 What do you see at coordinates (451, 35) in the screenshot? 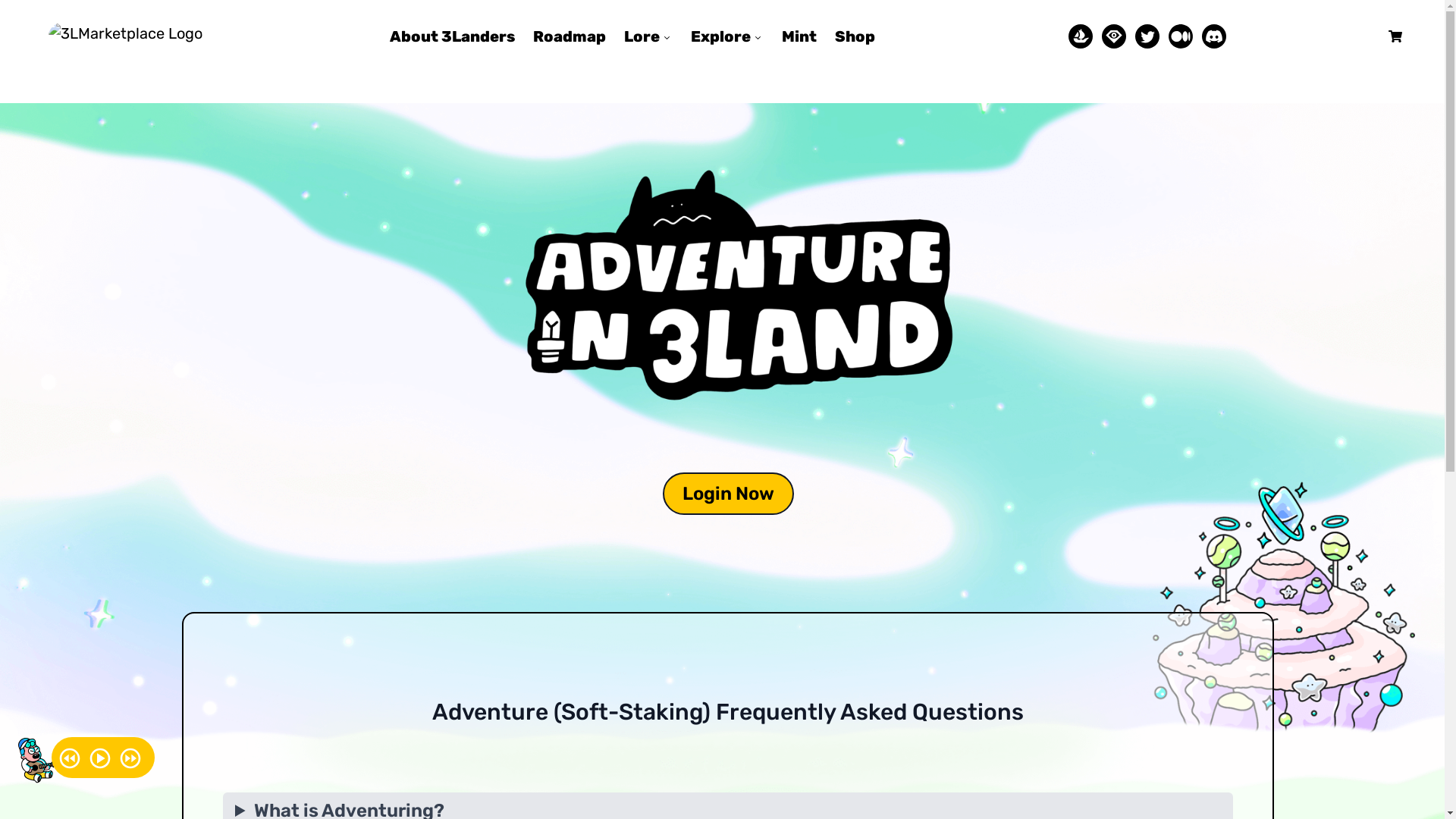
I see `'About 3Landers'` at bounding box center [451, 35].